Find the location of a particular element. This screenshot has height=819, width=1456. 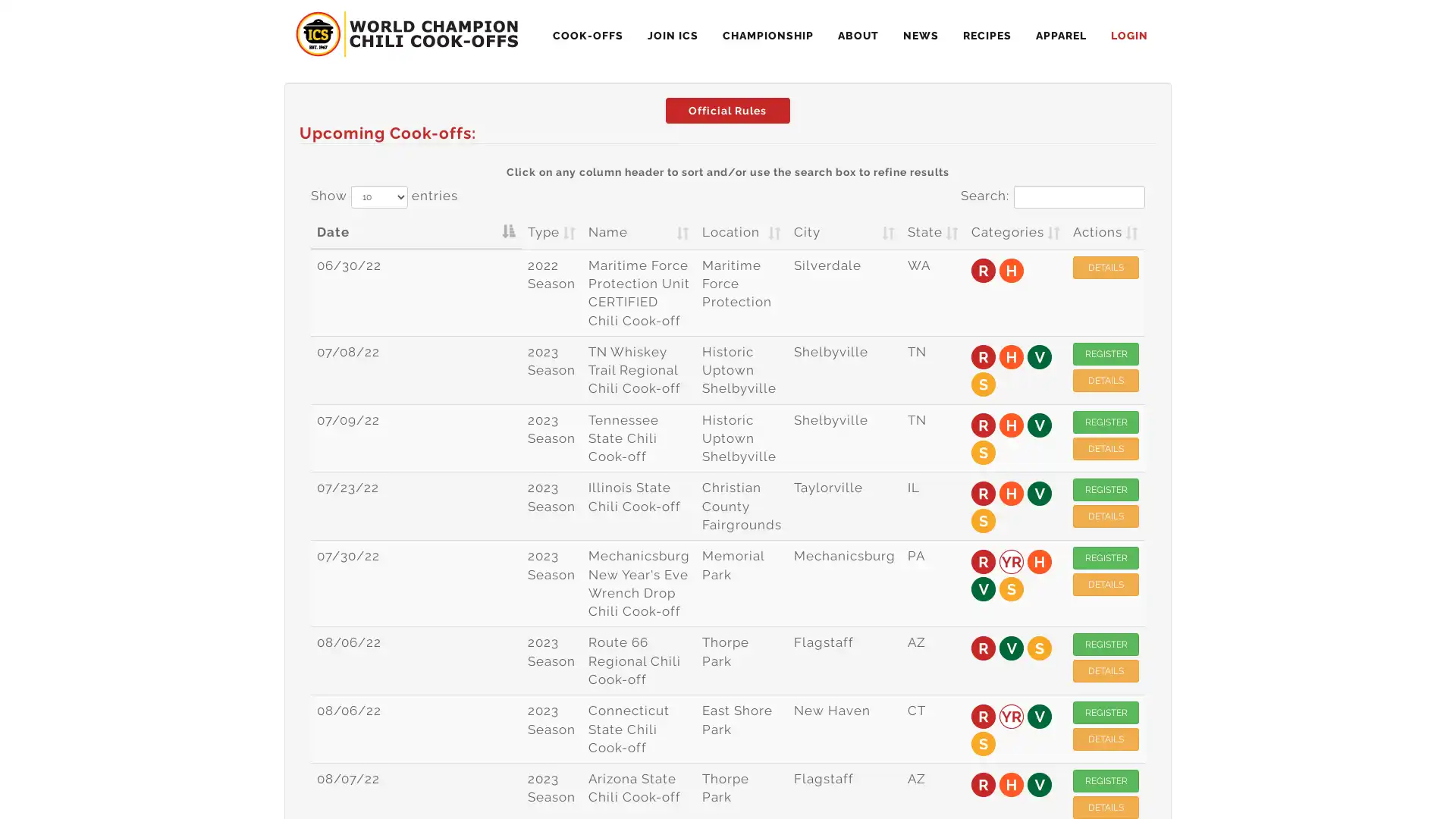

REGISTER is located at coordinates (1106, 421).